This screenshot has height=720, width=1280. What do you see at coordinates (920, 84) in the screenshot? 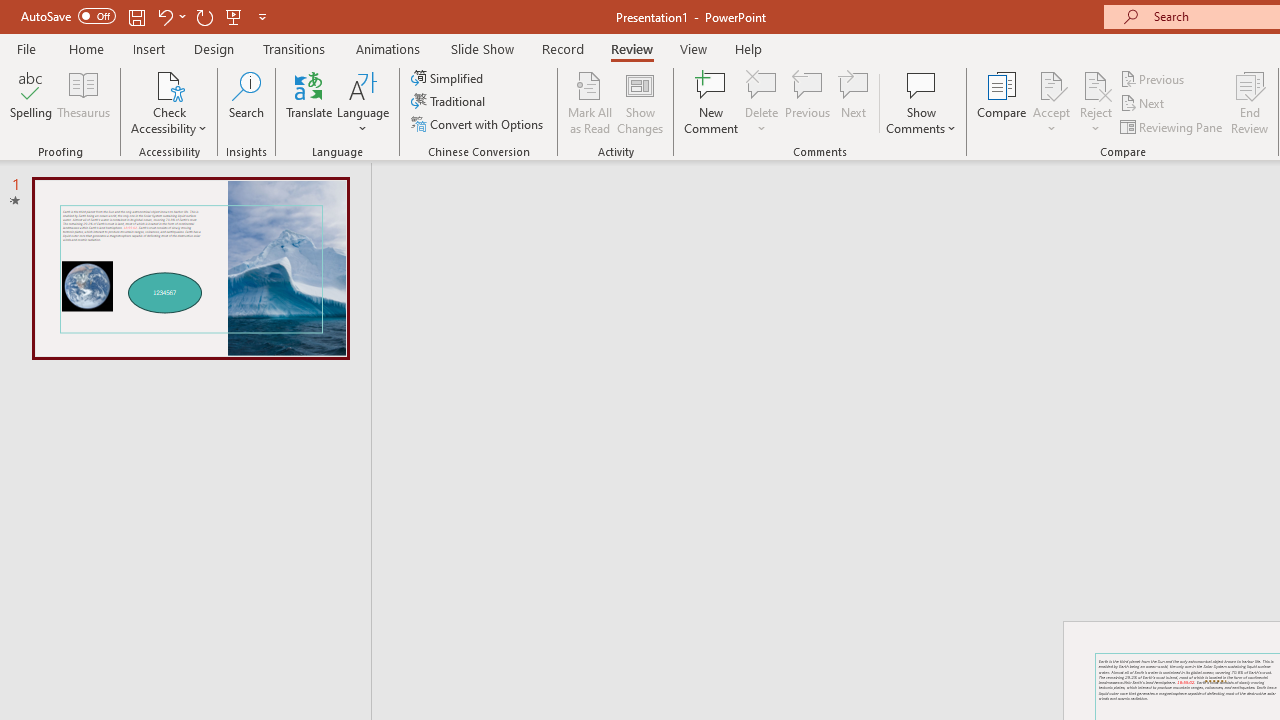
I see `'Show Comments'` at bounding box center [920, 84].